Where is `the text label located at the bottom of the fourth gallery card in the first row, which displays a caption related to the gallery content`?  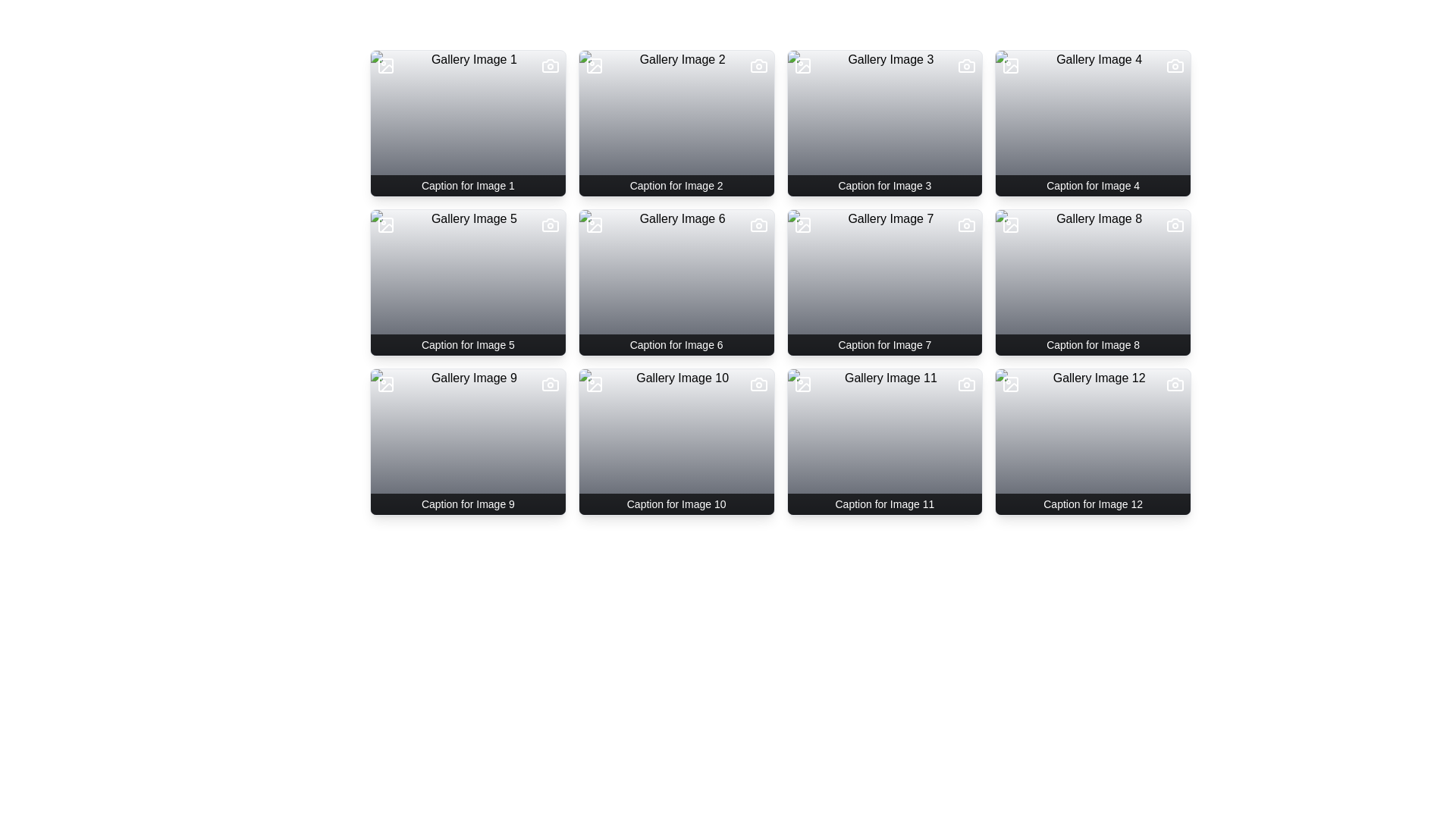
the text label located at the bottom of the fourth gallery card in the first row, which displays a caption related to the gallery content is located at coordinates (1093, 185).